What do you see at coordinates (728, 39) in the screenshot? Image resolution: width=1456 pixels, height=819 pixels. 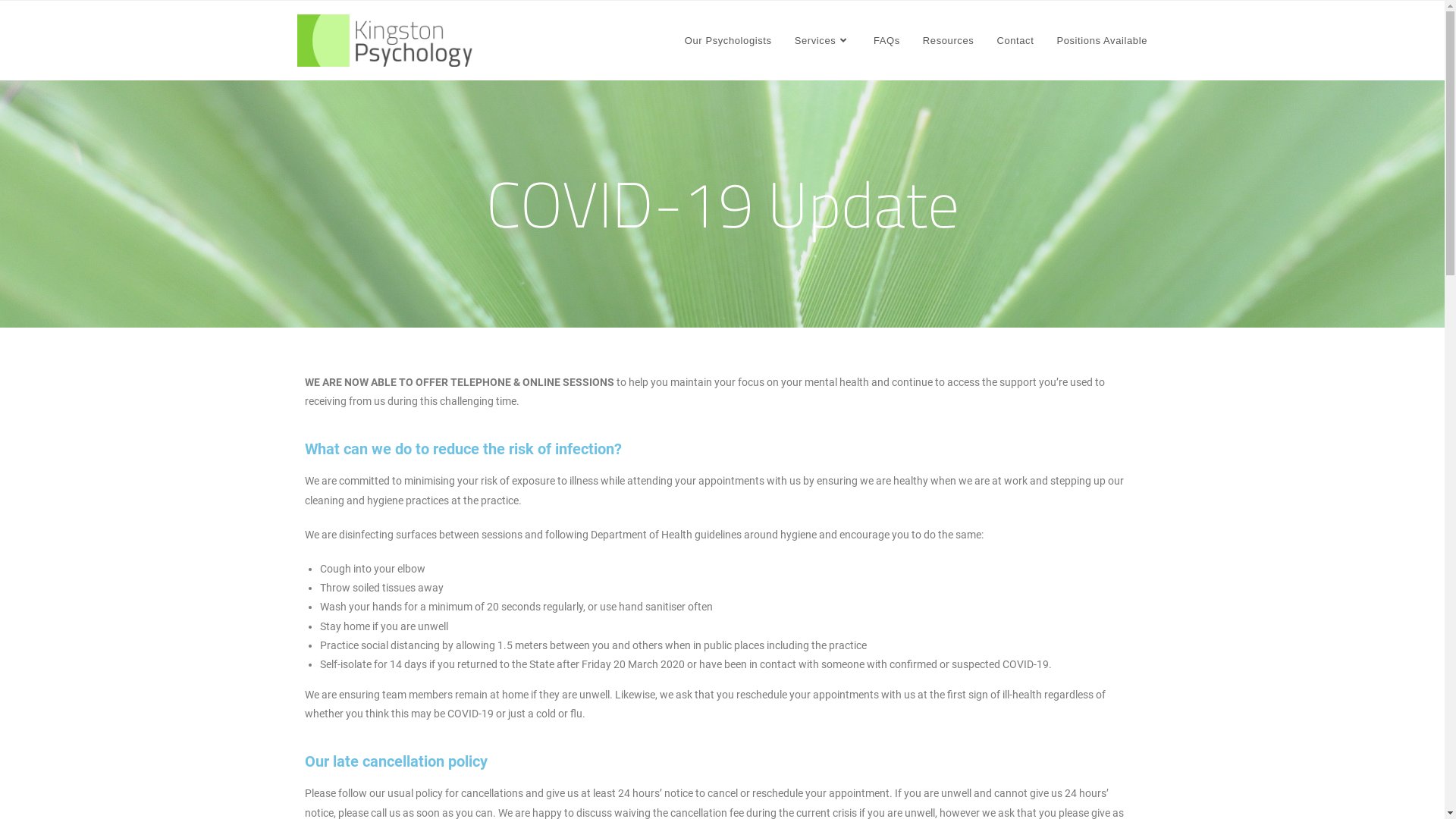 I see `'Our Psychologists'` at bounding box center [728, 39].